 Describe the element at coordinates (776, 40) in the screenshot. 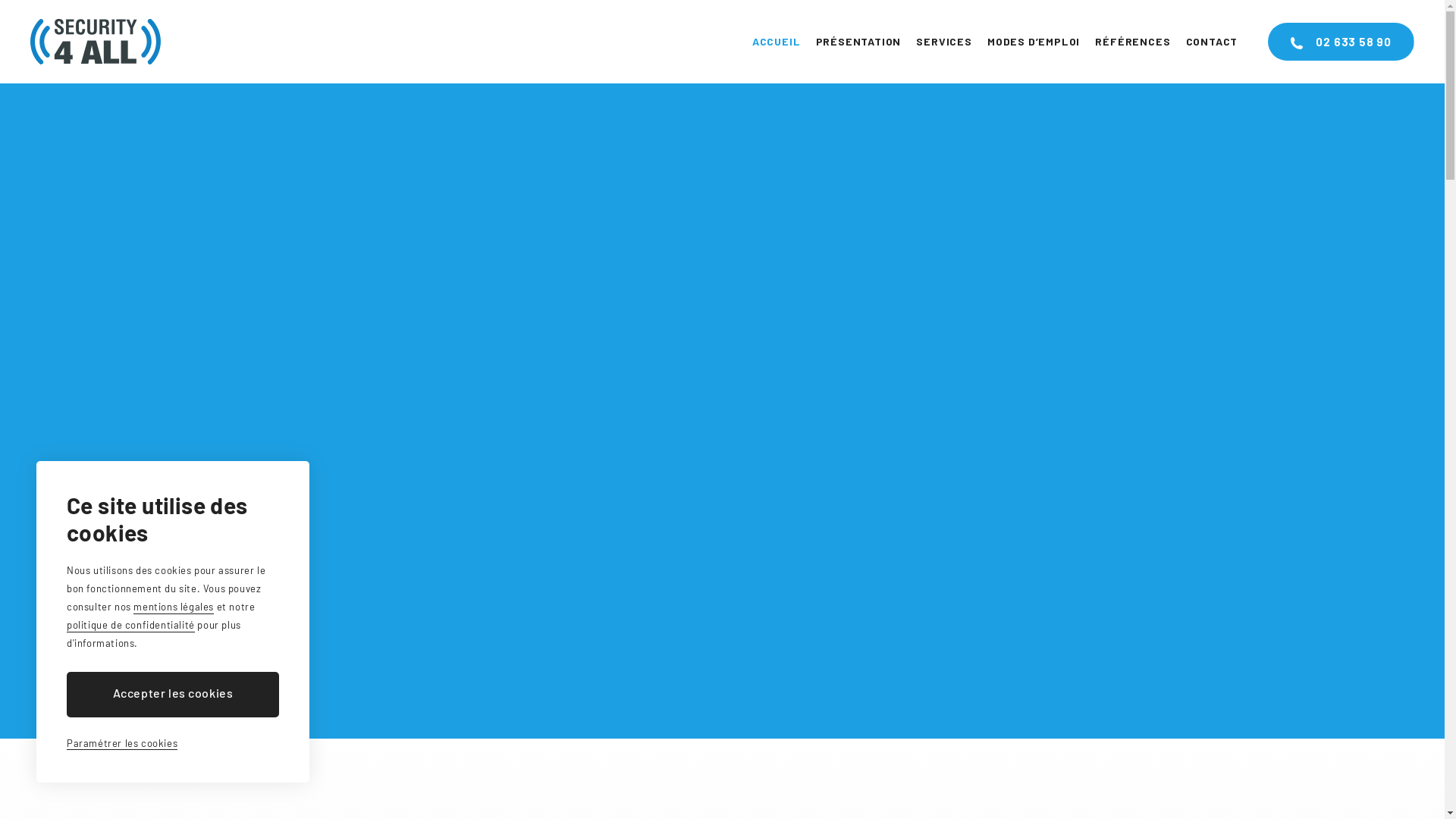

I see `'ACCUEIL'` at that location.